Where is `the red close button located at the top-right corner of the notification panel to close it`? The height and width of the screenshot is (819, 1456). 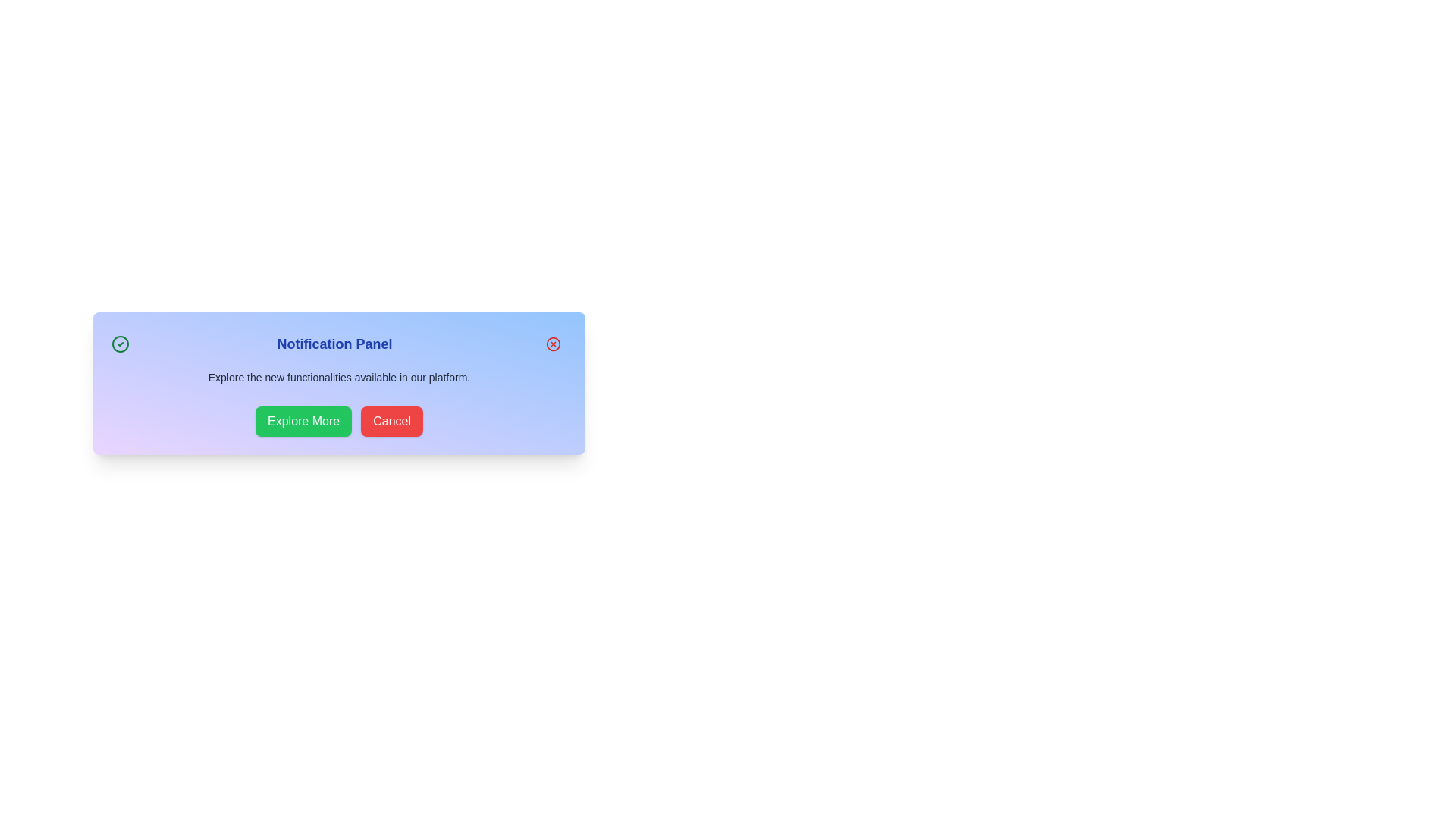 the red close button located at the top-right corner of the notification panel to close it is located at coordinates (552, 344).